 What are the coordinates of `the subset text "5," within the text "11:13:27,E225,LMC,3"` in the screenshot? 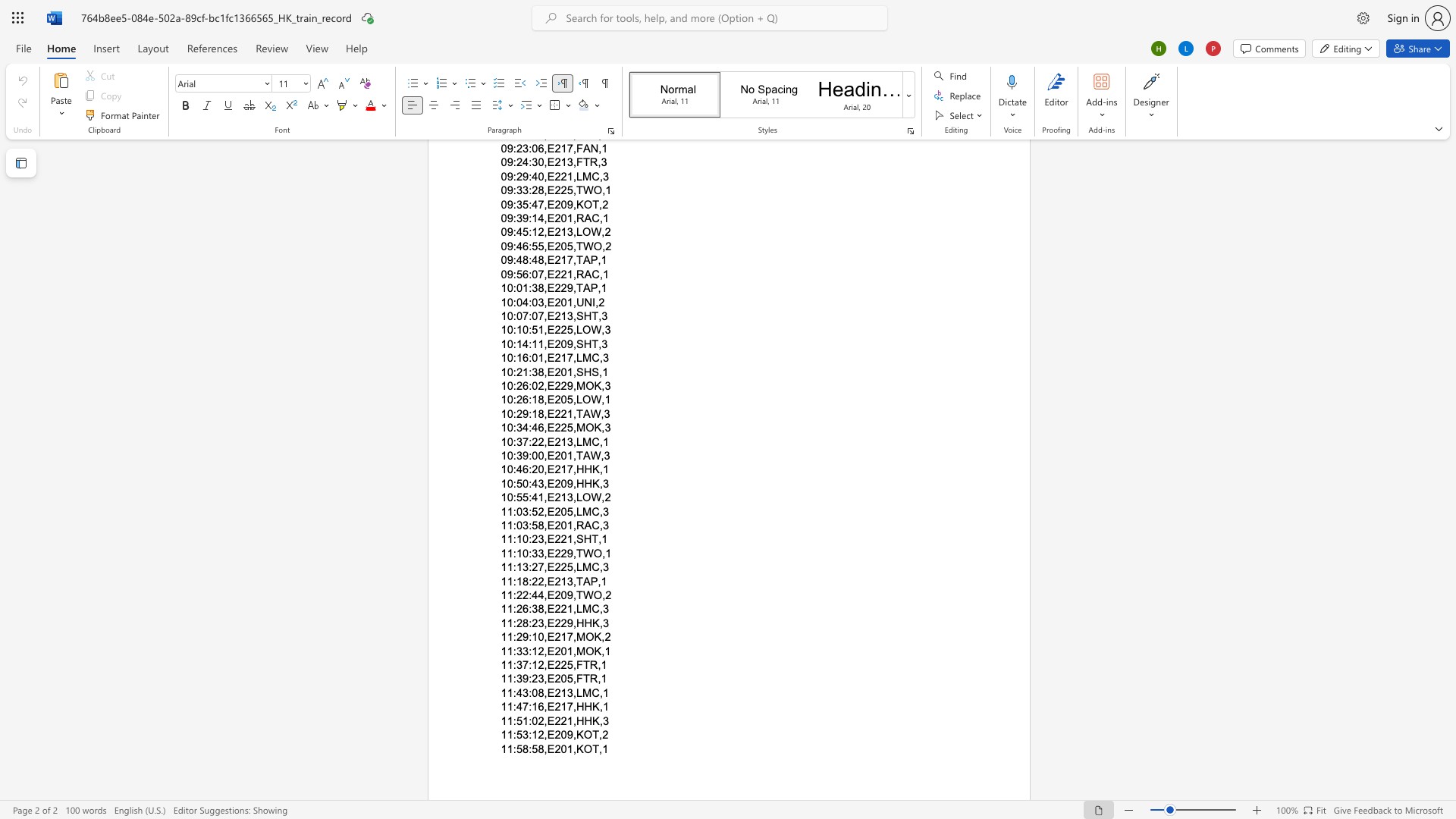 It's located at (566, 567).